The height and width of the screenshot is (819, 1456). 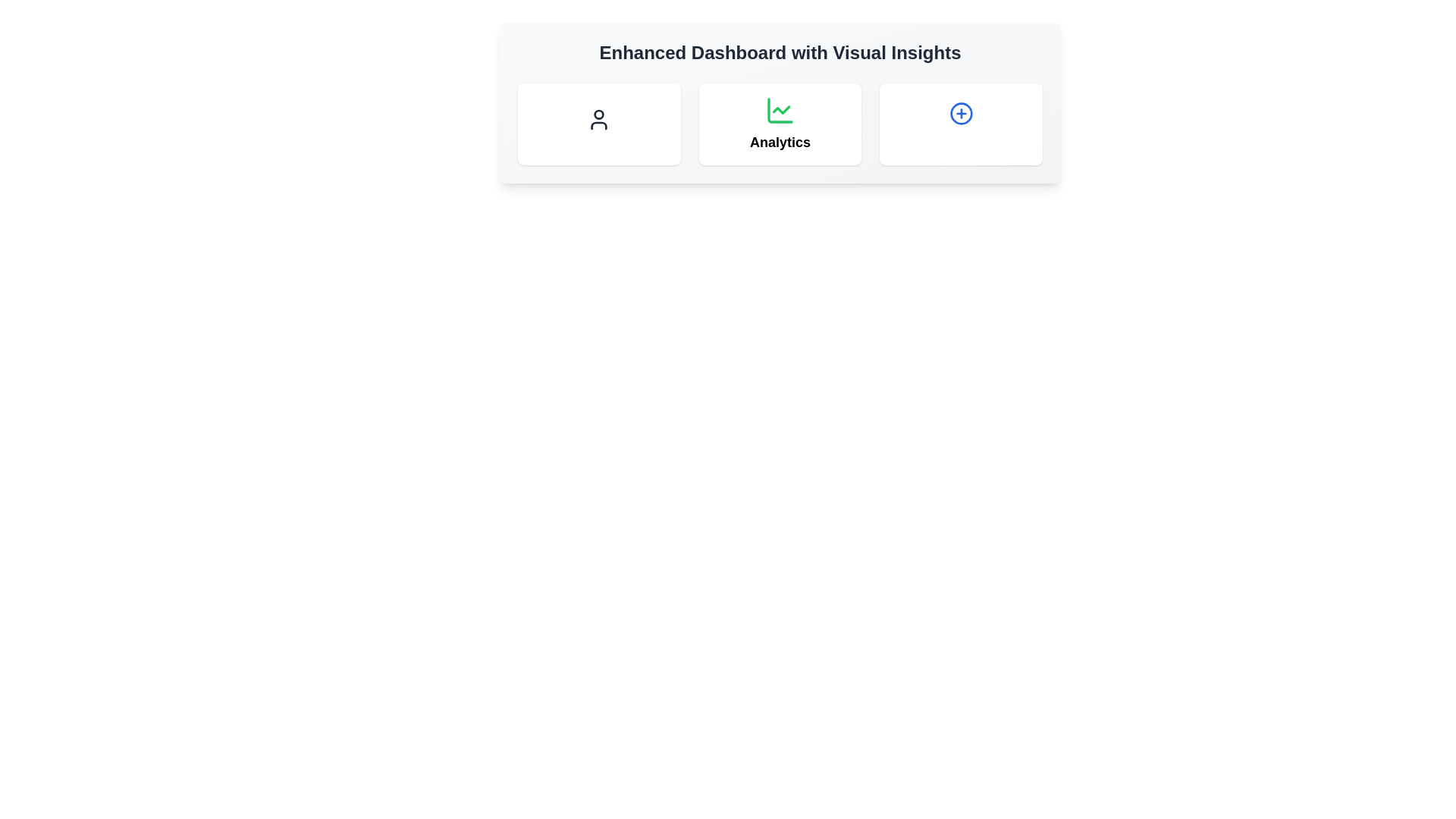 What do you see at coordinates (598, 119) in the screenshot?
I see `the leftmost button with an icon and text label` at bounding box center [598, 119].